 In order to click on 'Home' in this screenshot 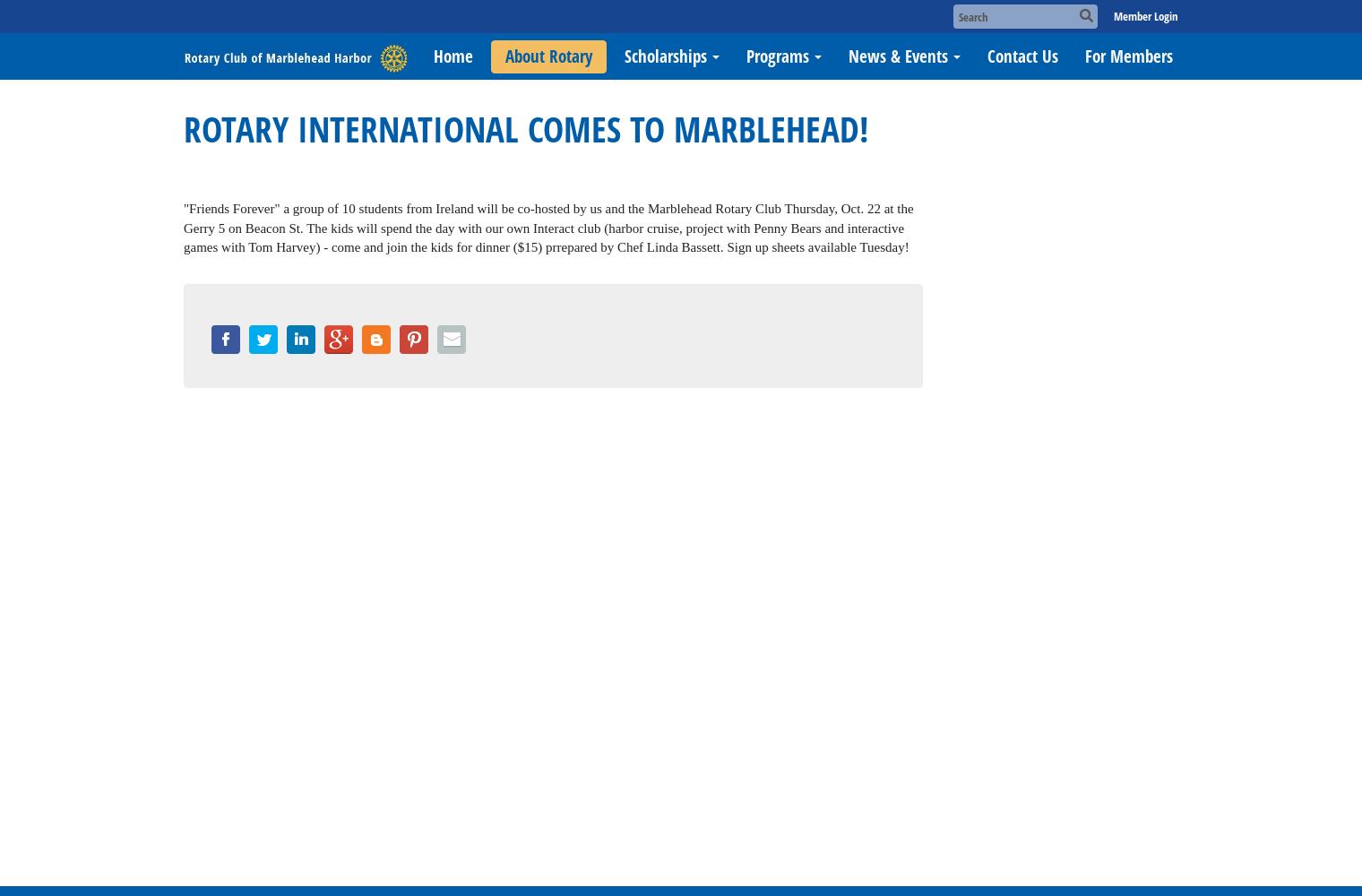, I will do `click(453, 56)`.